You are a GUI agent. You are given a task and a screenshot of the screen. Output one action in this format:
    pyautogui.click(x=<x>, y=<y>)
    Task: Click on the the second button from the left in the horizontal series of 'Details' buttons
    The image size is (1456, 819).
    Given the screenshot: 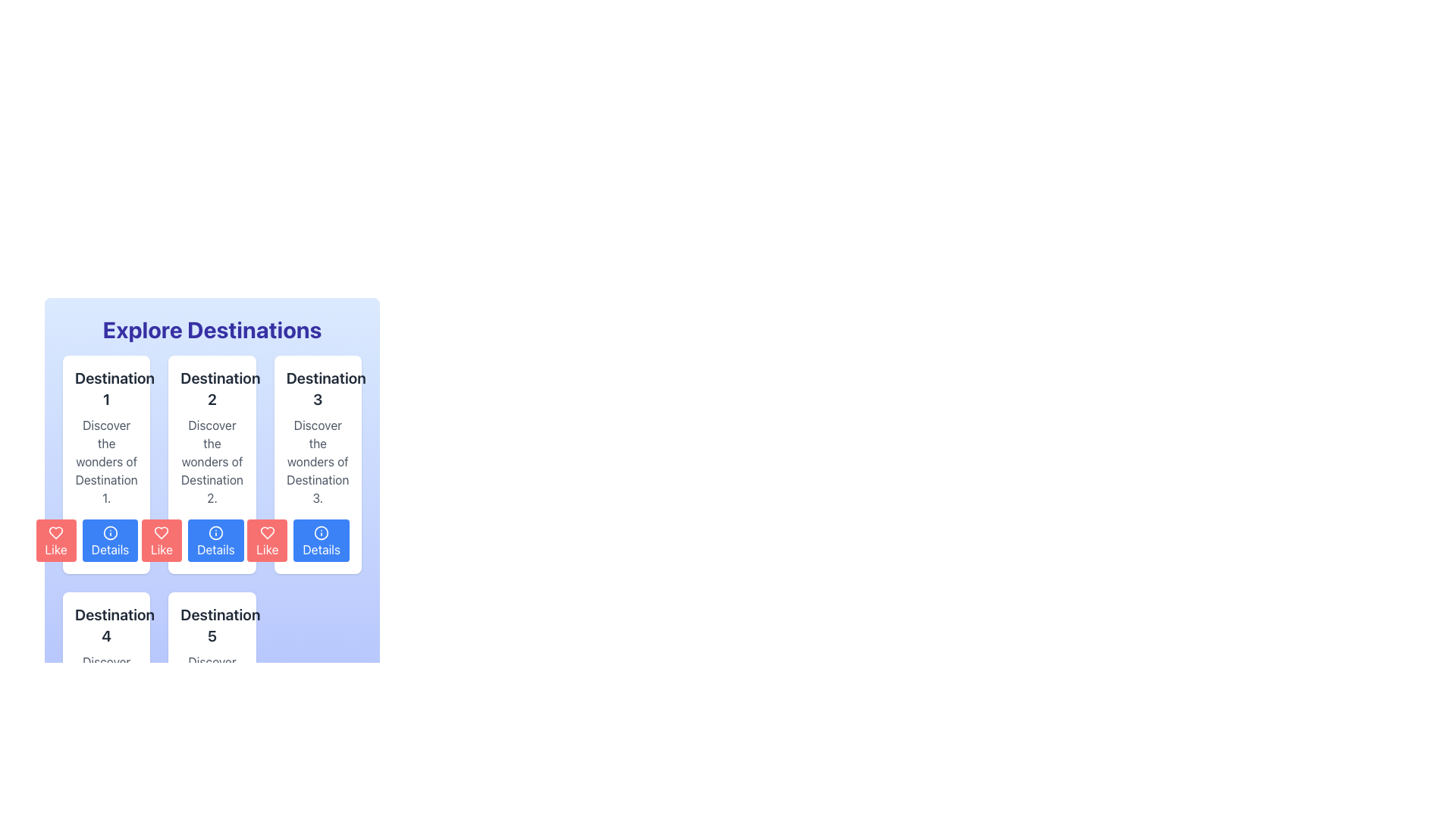 What is the action you would take?
    pyautogui.click(x=109, y=540)
    